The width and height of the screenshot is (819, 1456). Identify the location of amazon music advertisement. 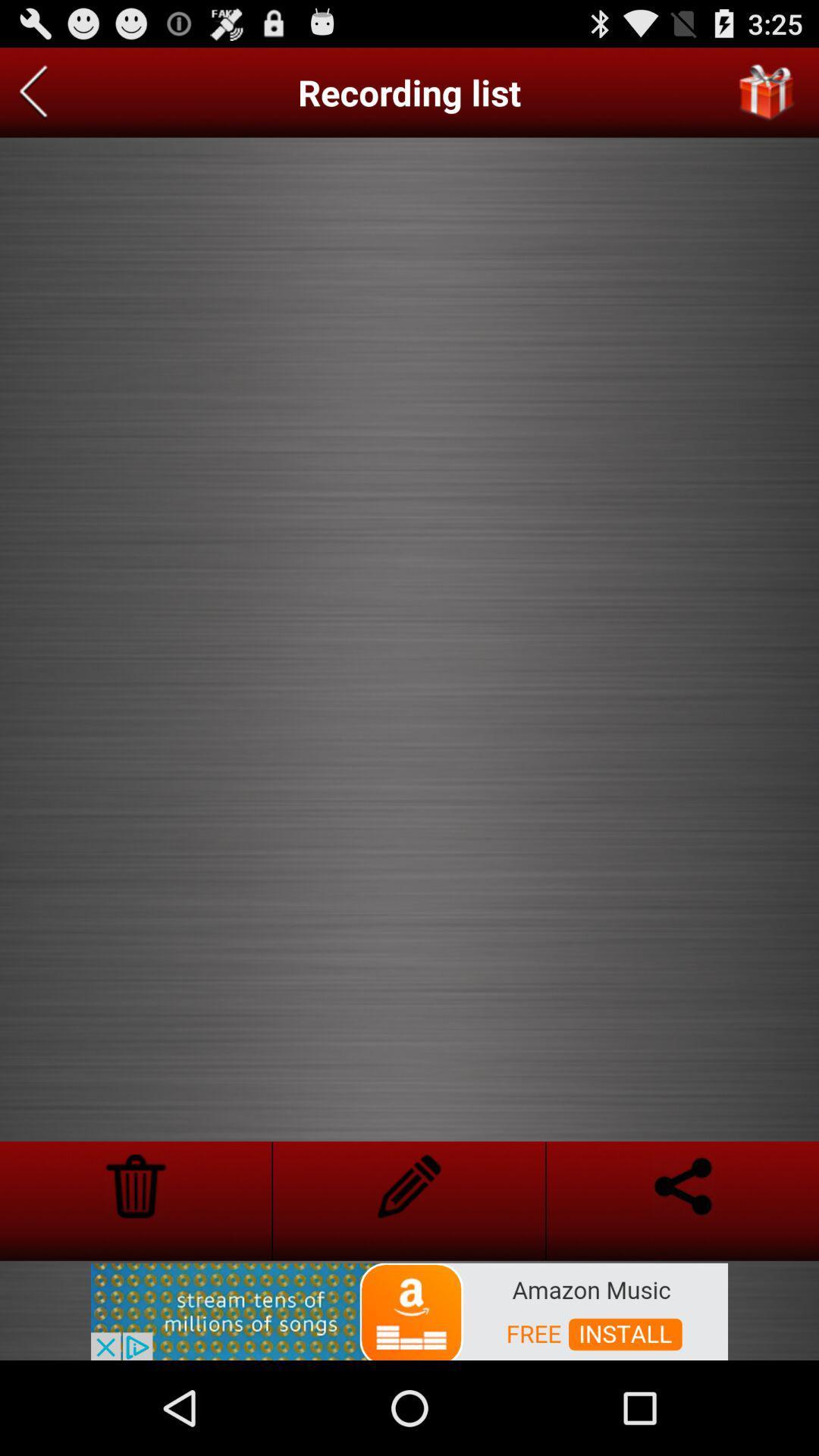
(409, 1310).